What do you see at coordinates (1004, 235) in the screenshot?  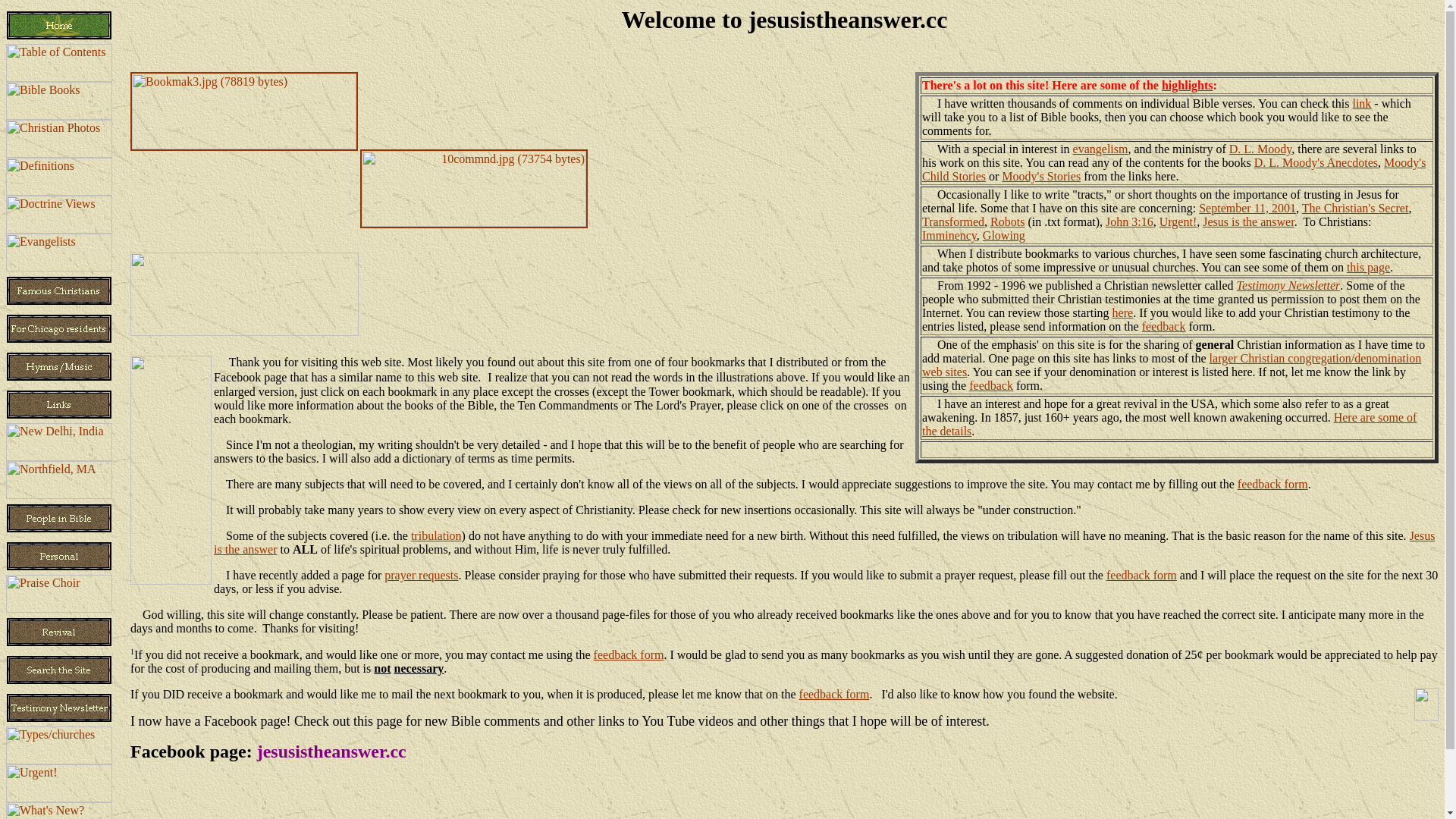 I see `'Glowing'` at bounding box center [1004, 235].